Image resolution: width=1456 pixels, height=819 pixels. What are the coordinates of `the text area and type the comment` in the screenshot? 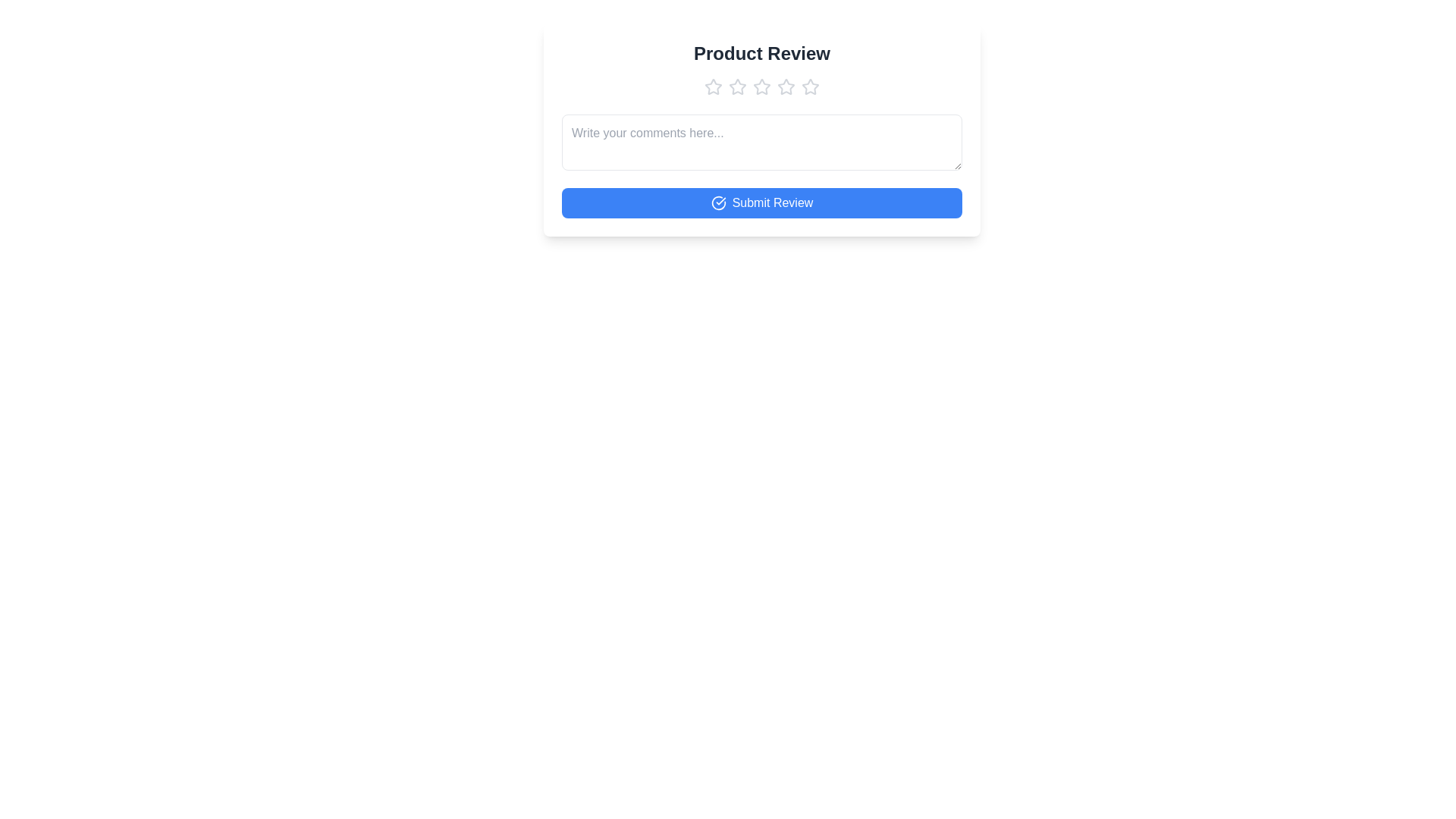 It's located at (761, 143).